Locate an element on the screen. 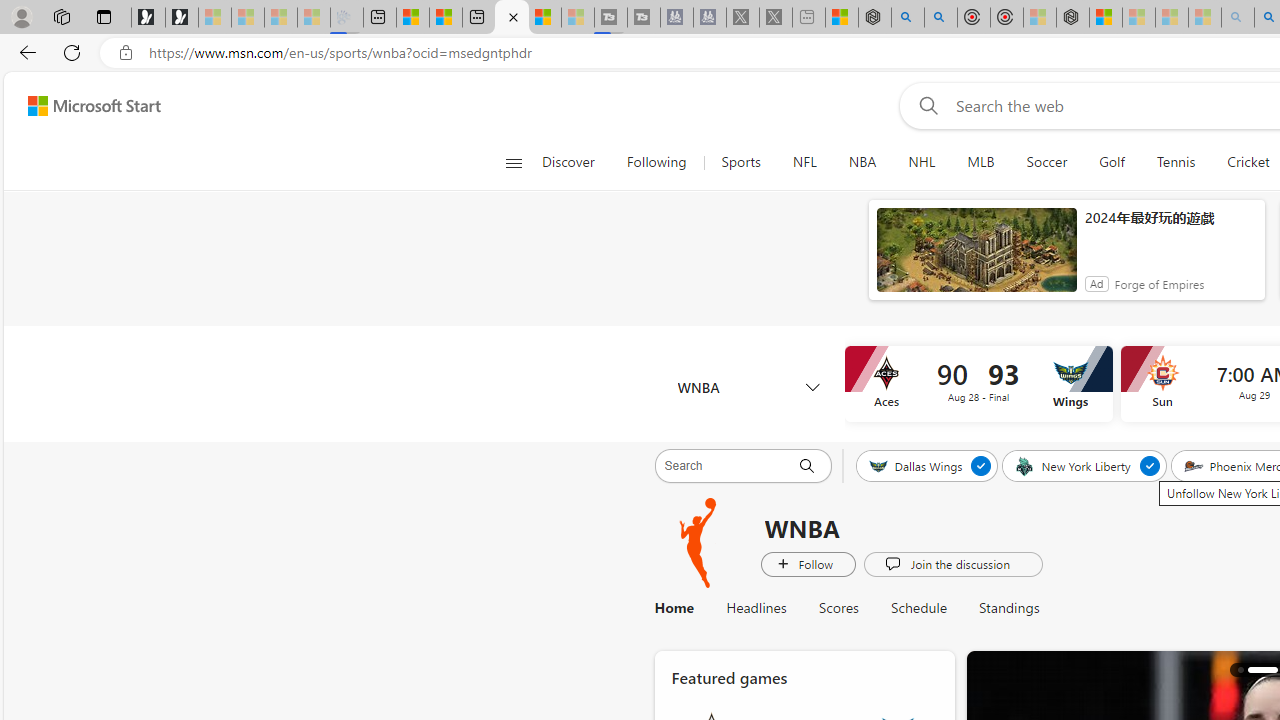  'poe - Search' is located at coordinates (907, 17).